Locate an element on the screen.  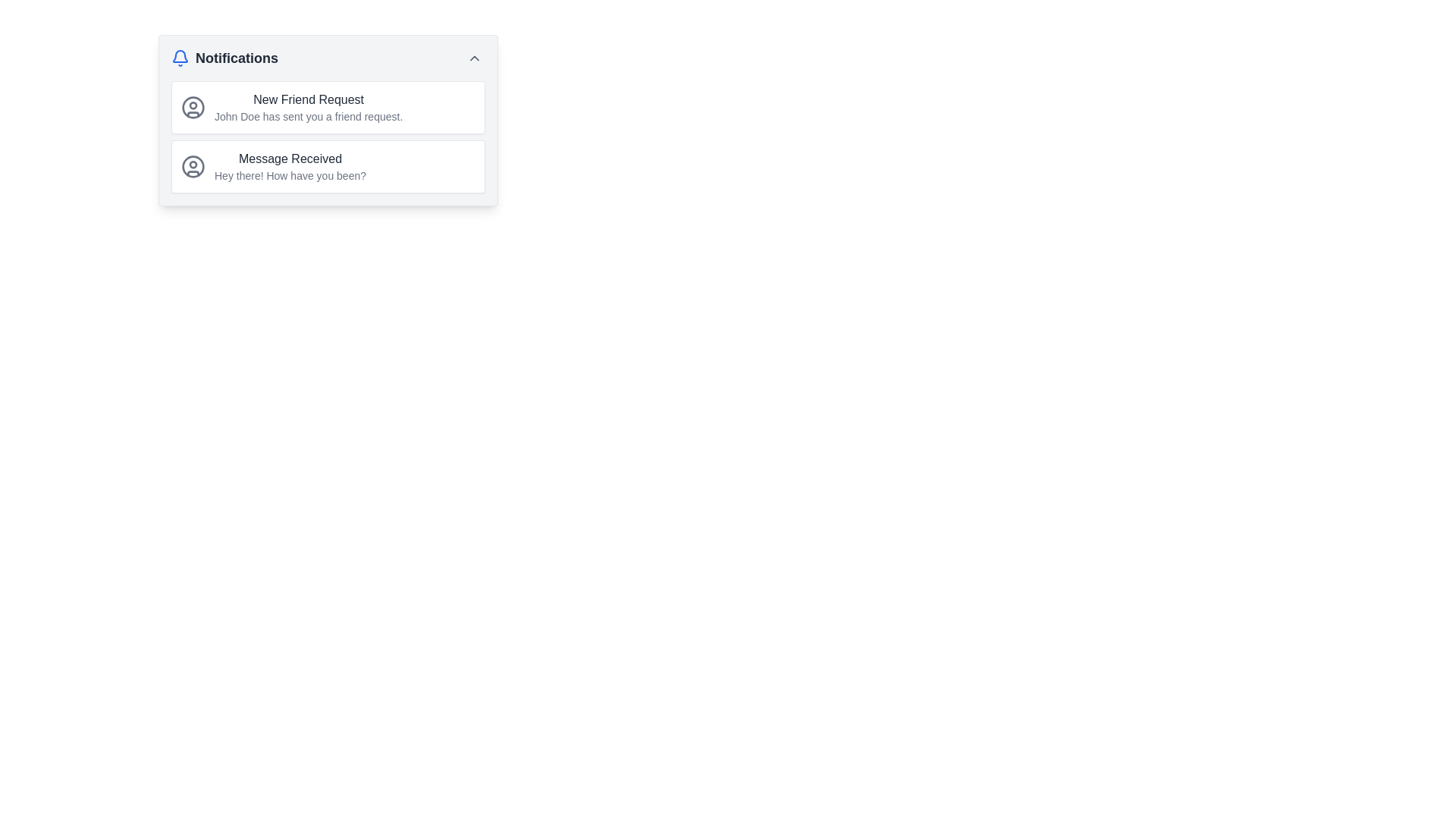
text from the Text Label displaying 'Message Received', which is centered above a smaller gray text in the notification list is located at coordinates (290, 158).